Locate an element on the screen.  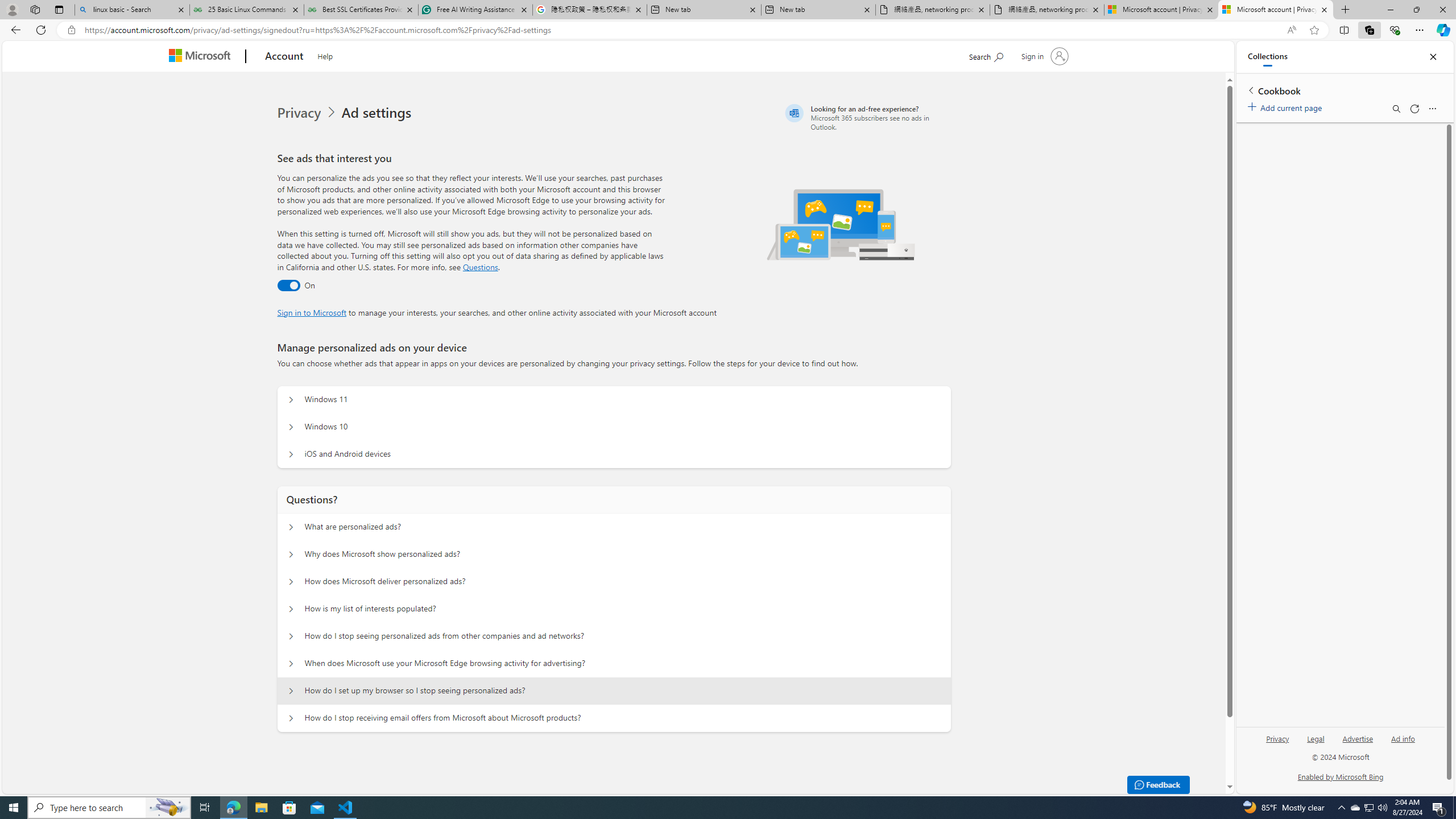
'Advertise' is located at coordinates (1358, 742).